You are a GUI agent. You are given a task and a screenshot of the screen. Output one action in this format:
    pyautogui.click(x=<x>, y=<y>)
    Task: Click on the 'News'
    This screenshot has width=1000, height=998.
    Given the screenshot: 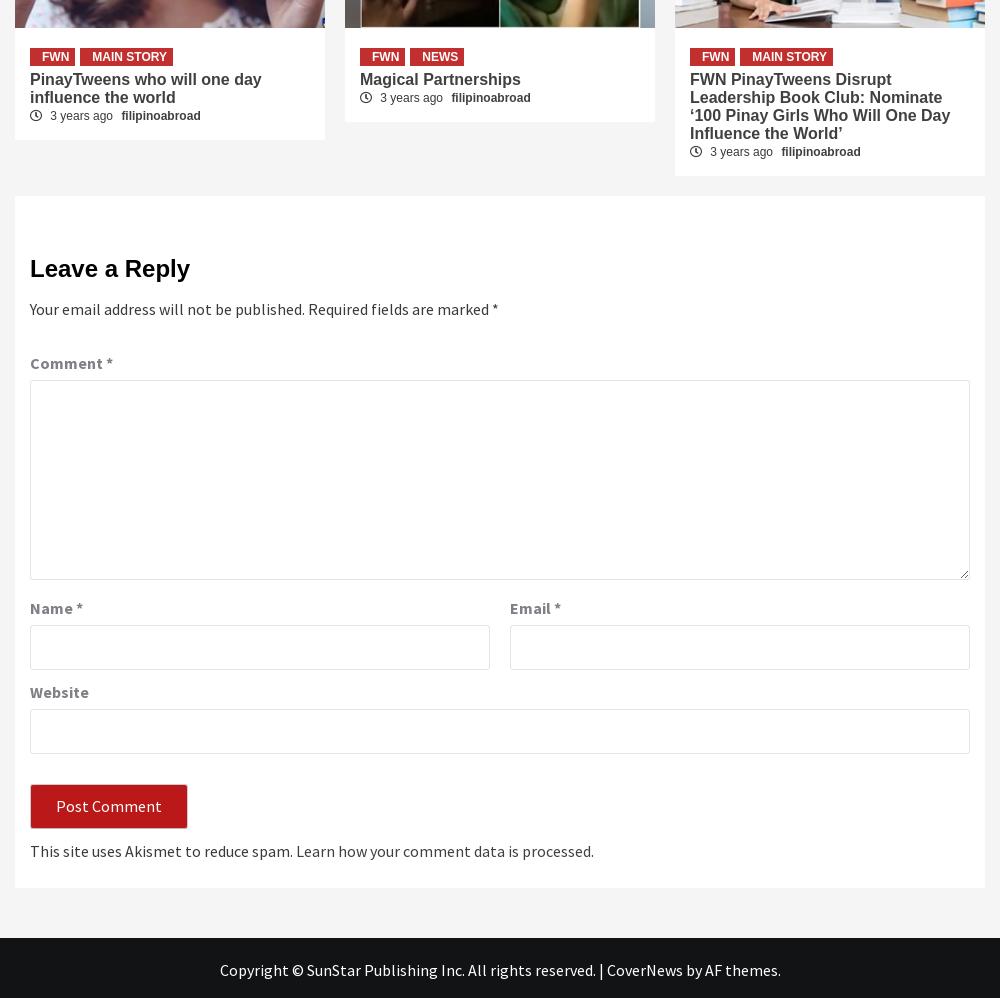 What is the action you would take?
    pyautogui.click(x=422, y=54)
    